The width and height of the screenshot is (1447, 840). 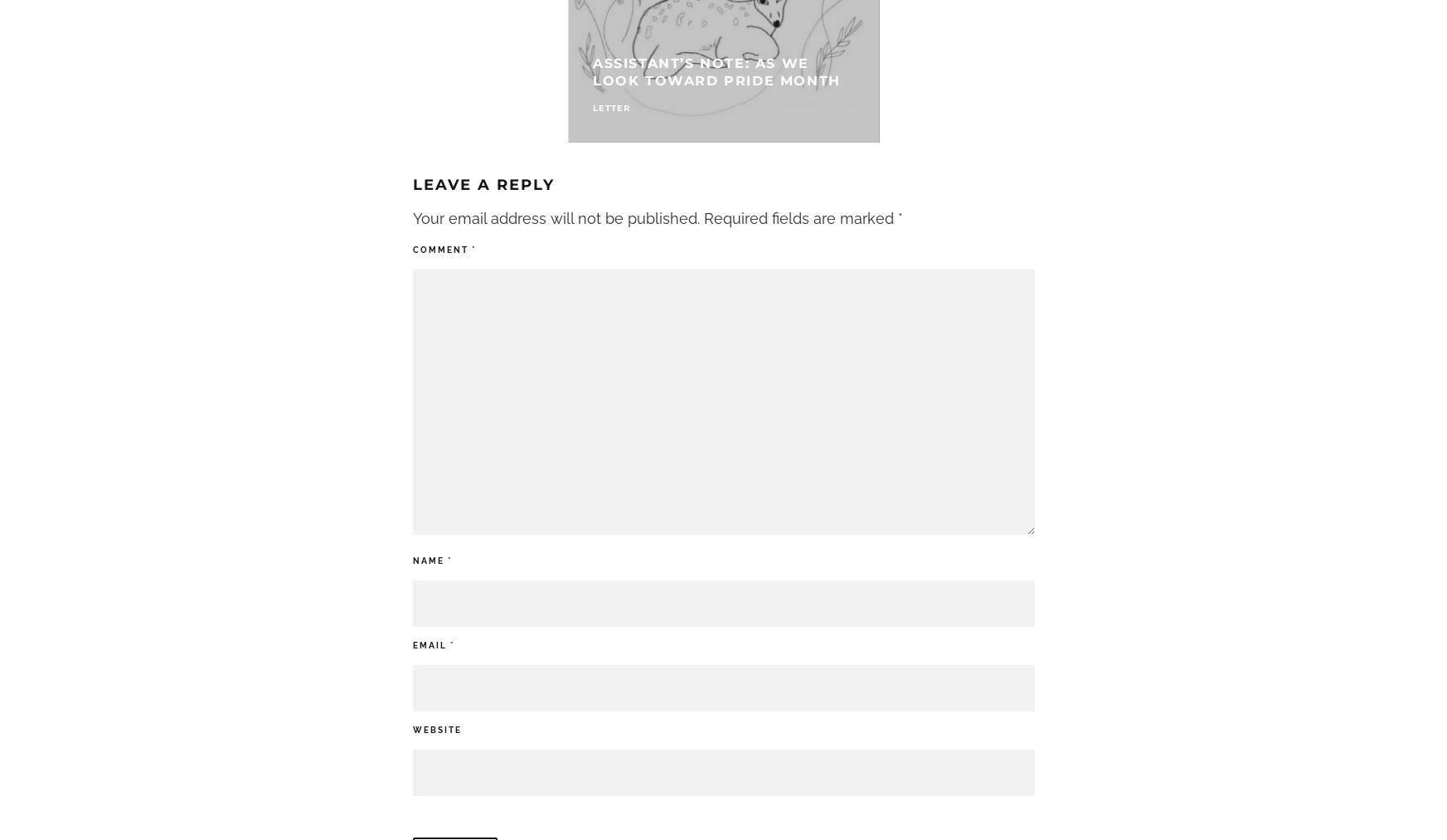 I want to click on 'Comment', so click(x=411, y=248).